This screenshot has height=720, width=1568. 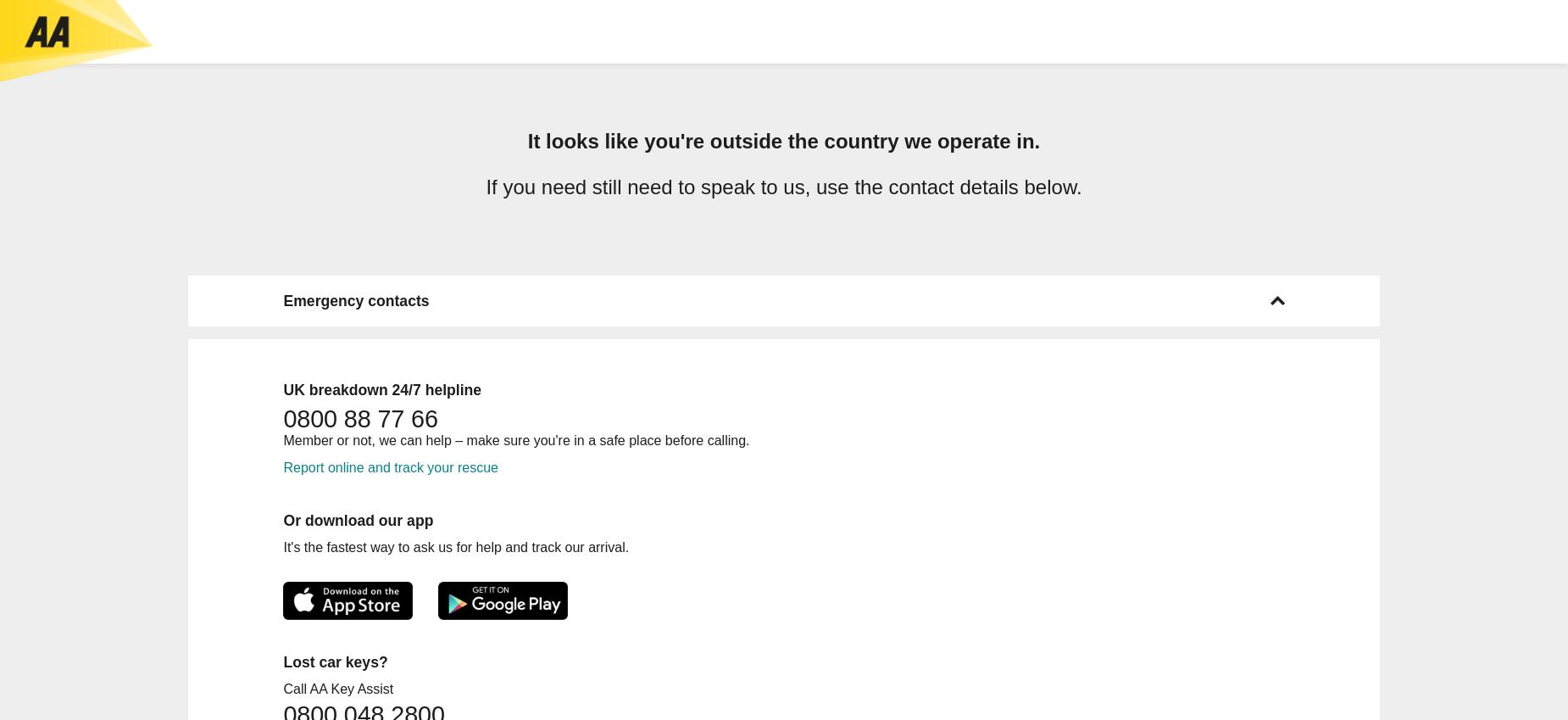 What do you see at coordinates (359, 417) in the screenshot?
I see `'0800 88 77 66'` at bounding box center [359, 417].